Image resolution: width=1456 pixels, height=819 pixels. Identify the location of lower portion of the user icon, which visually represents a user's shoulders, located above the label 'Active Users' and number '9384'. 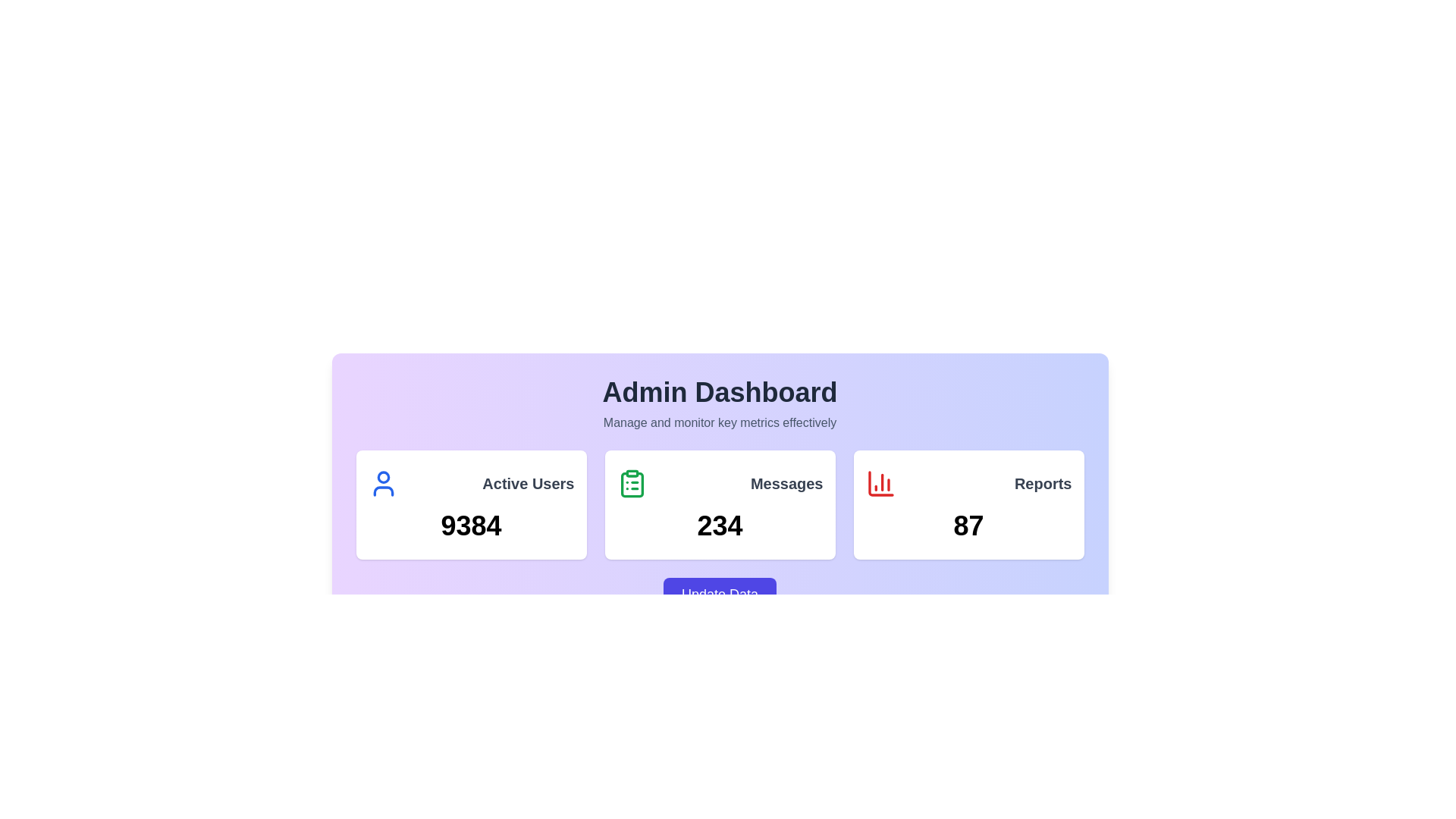
(383, 491).